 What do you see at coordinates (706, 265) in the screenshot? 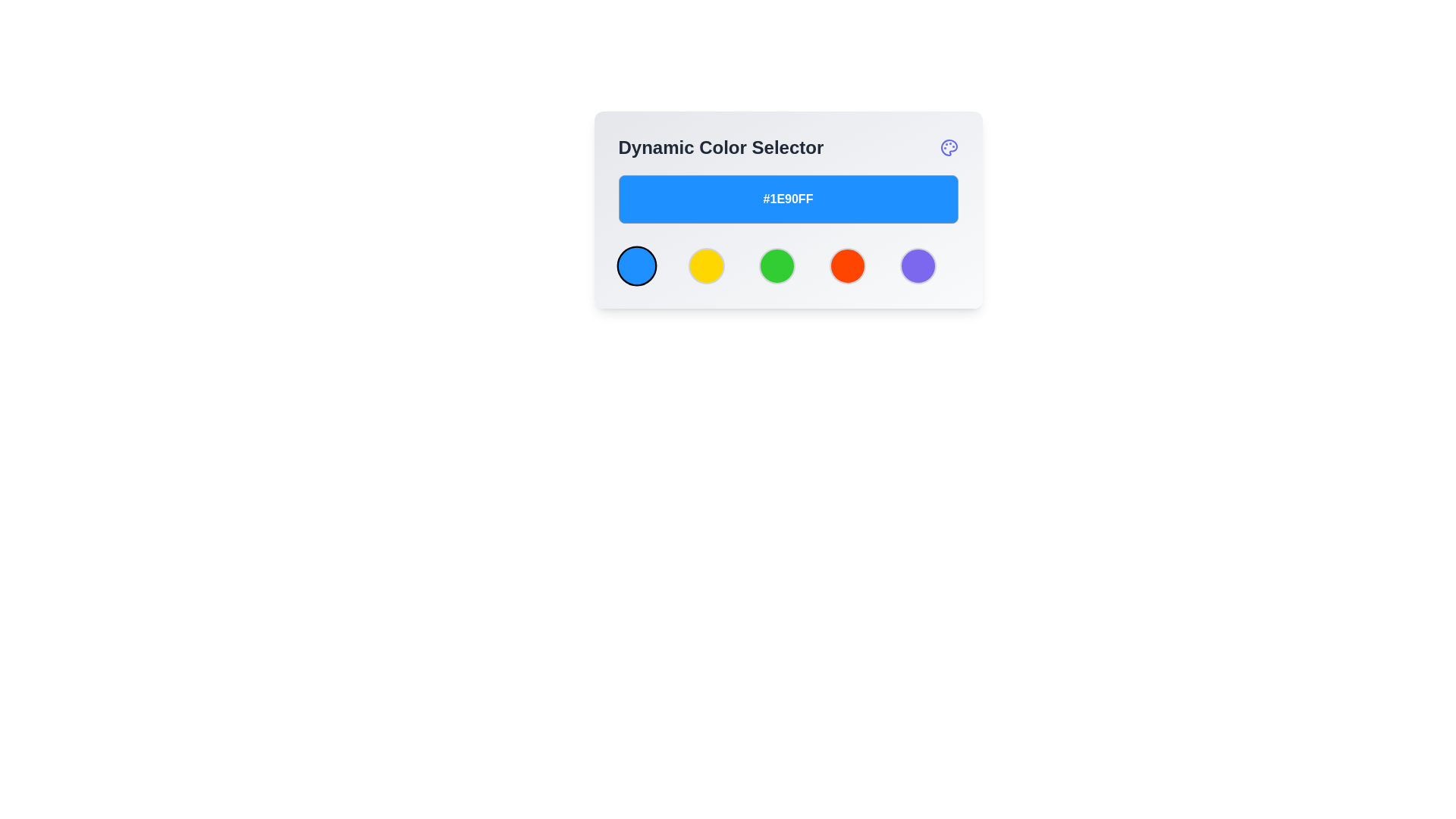
I see `the yellow color selector button, which is the second in a row of five buttons, positioned between a blue and a green button` at bounding box center [706, 265].